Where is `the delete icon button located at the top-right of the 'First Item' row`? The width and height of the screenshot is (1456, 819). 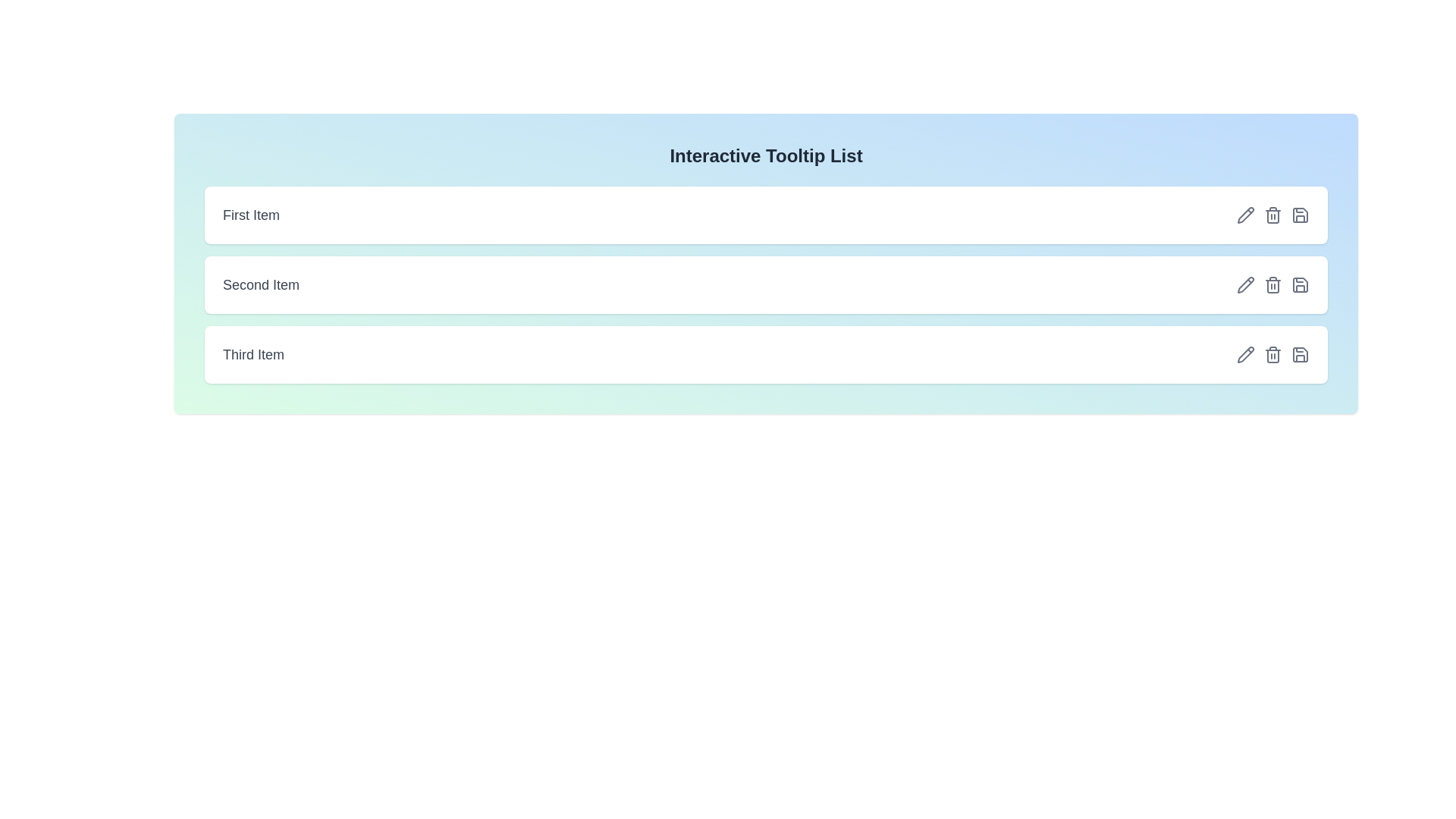
the delete icon button located at the top-right of the 'First Item' row is located at coordinates (1273, 215).